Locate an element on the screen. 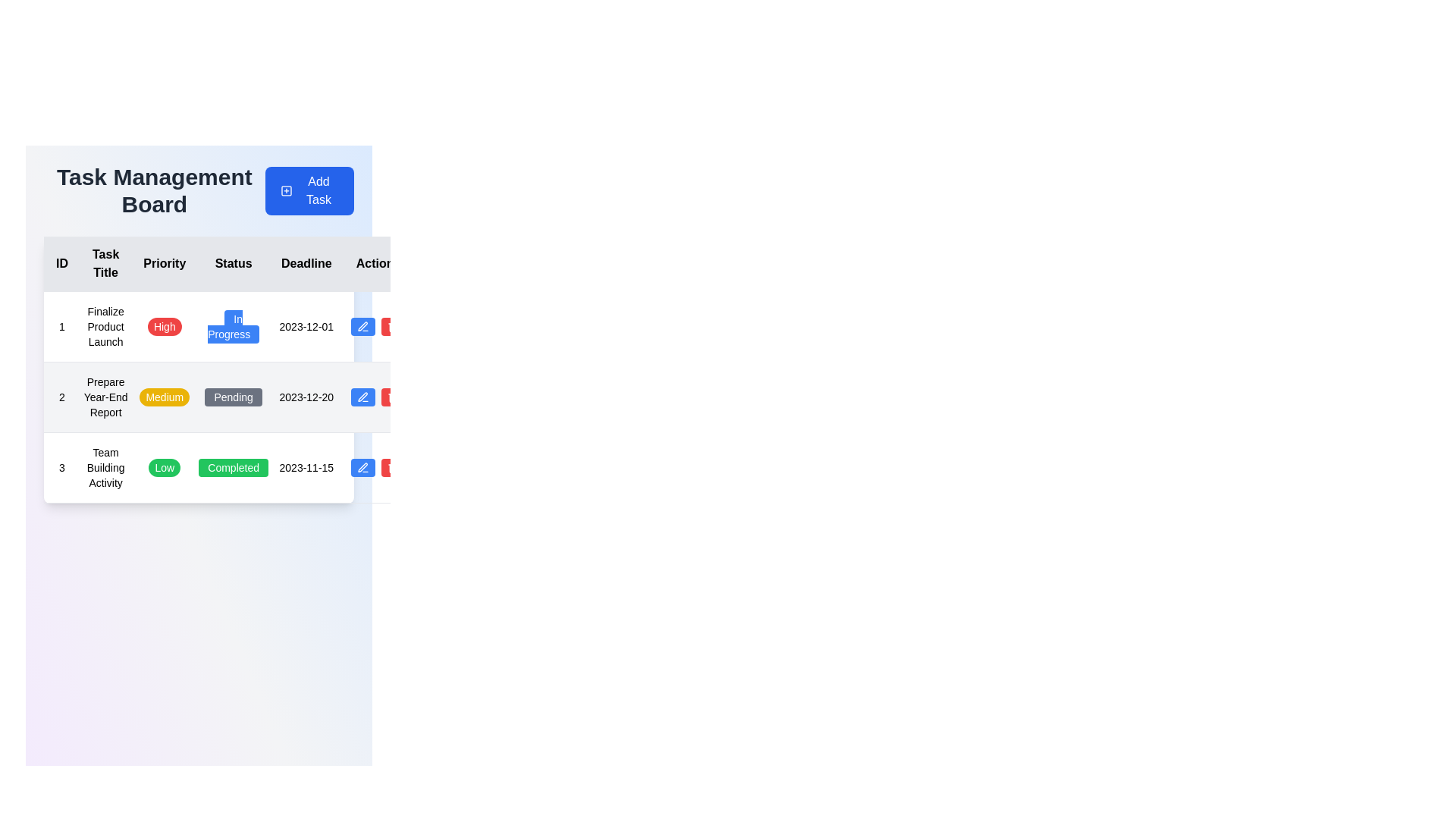  the 'Status' text label, which is bold and centered in the fourth column header of the task management table, located between 'Priority' and 'Deadline' is located at coordinates (233, 263).